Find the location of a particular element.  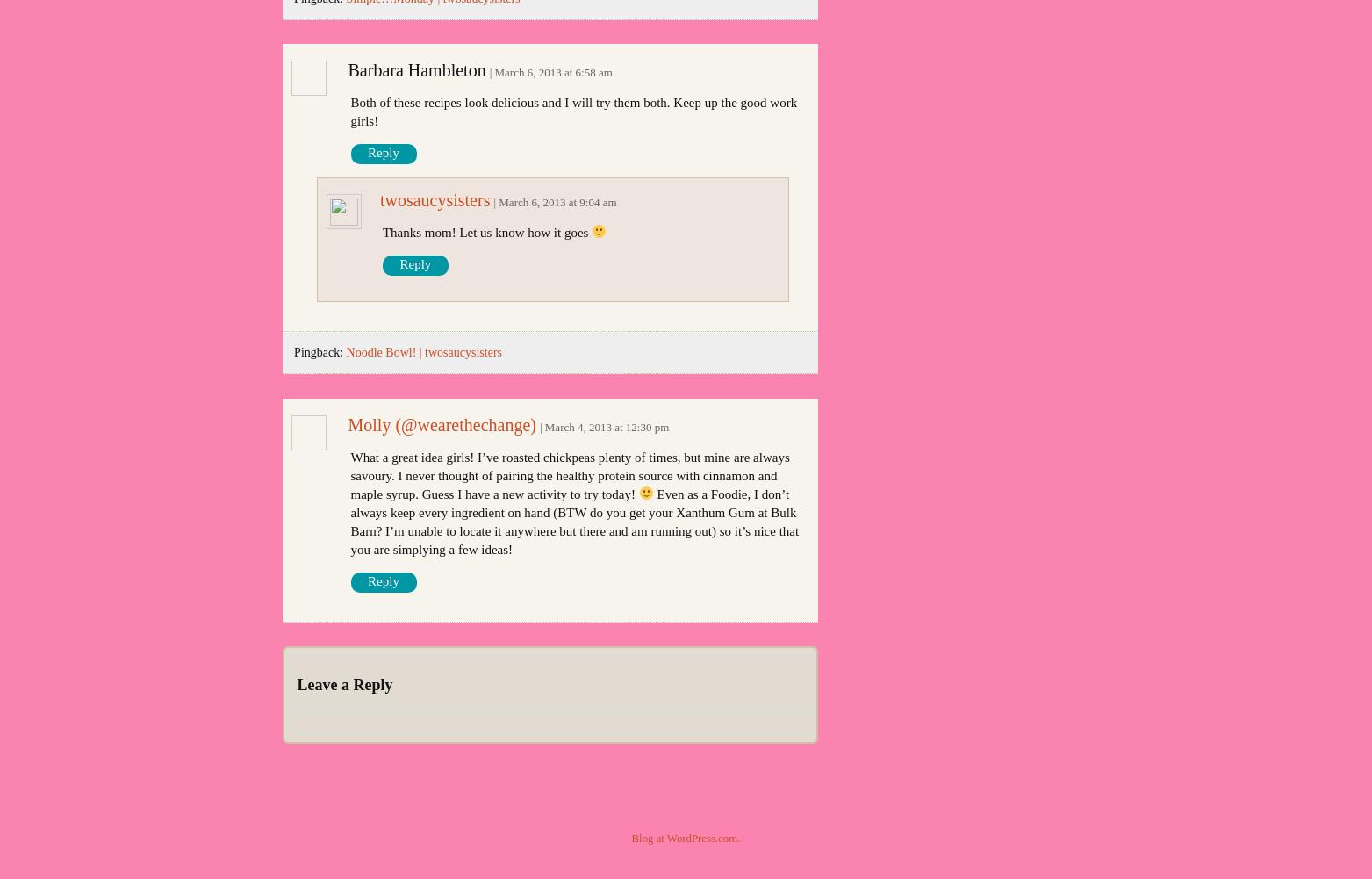

'March 6, 2013 at 9:04 am' is located at coordinates (557, 200).